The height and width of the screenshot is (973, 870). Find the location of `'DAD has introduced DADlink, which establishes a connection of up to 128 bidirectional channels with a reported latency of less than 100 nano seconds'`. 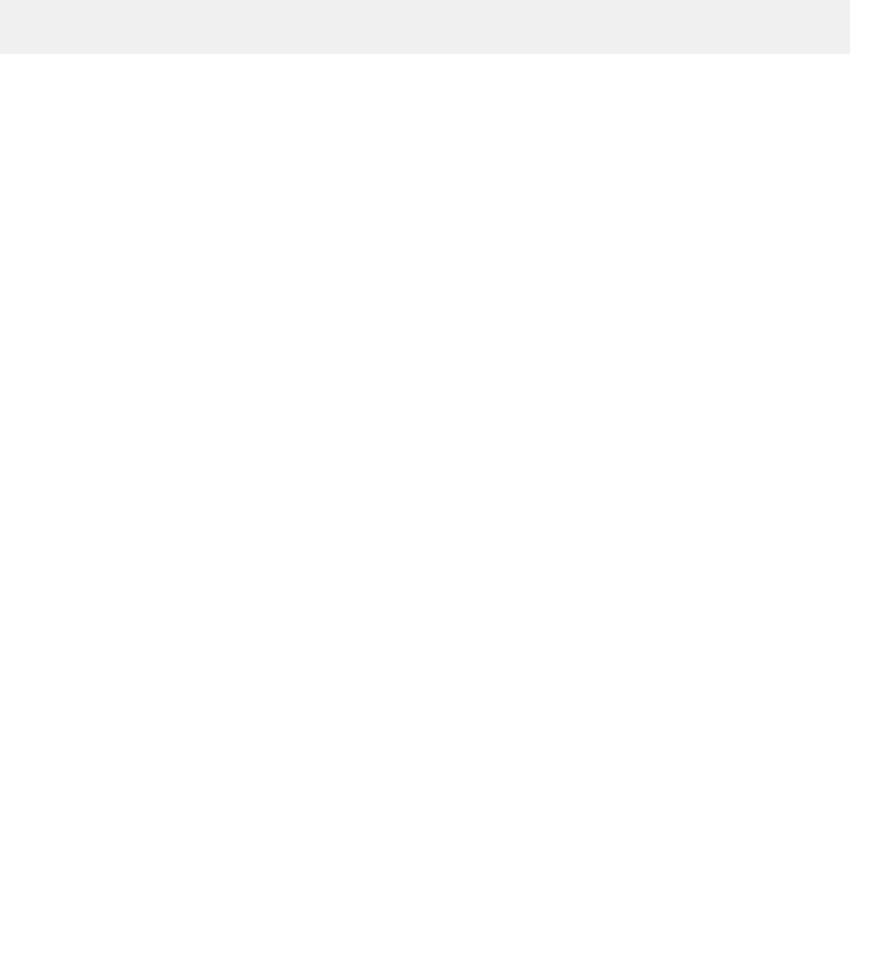

'DAD has introduced DADlink, which establishes a connection of up to 128 bidirectional channels with a reported latency of less than 100 nano seconds' is located at coordinates (378, 857).